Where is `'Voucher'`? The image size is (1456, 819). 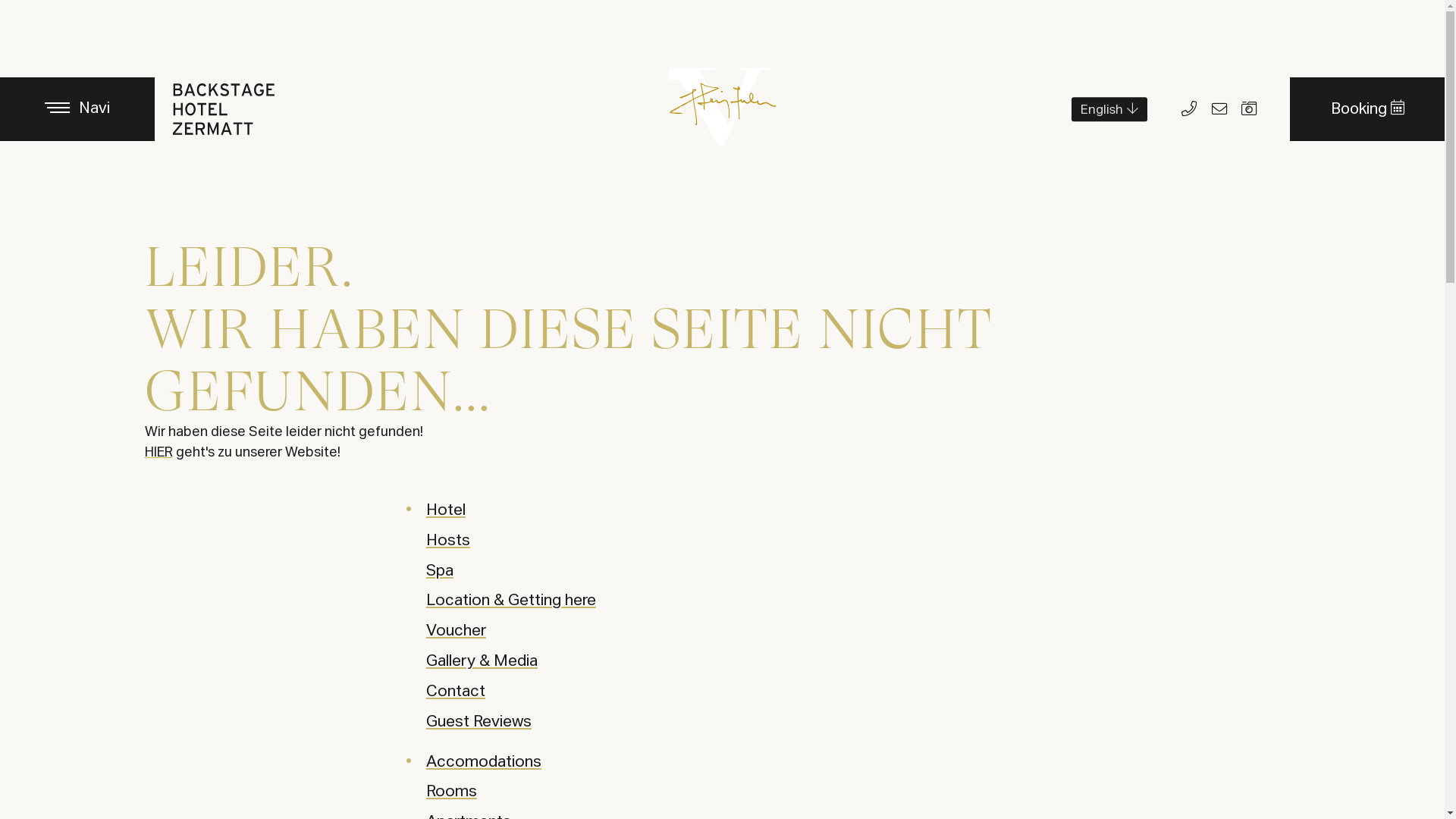 'Voucher' is located at coordinates (455, 631).